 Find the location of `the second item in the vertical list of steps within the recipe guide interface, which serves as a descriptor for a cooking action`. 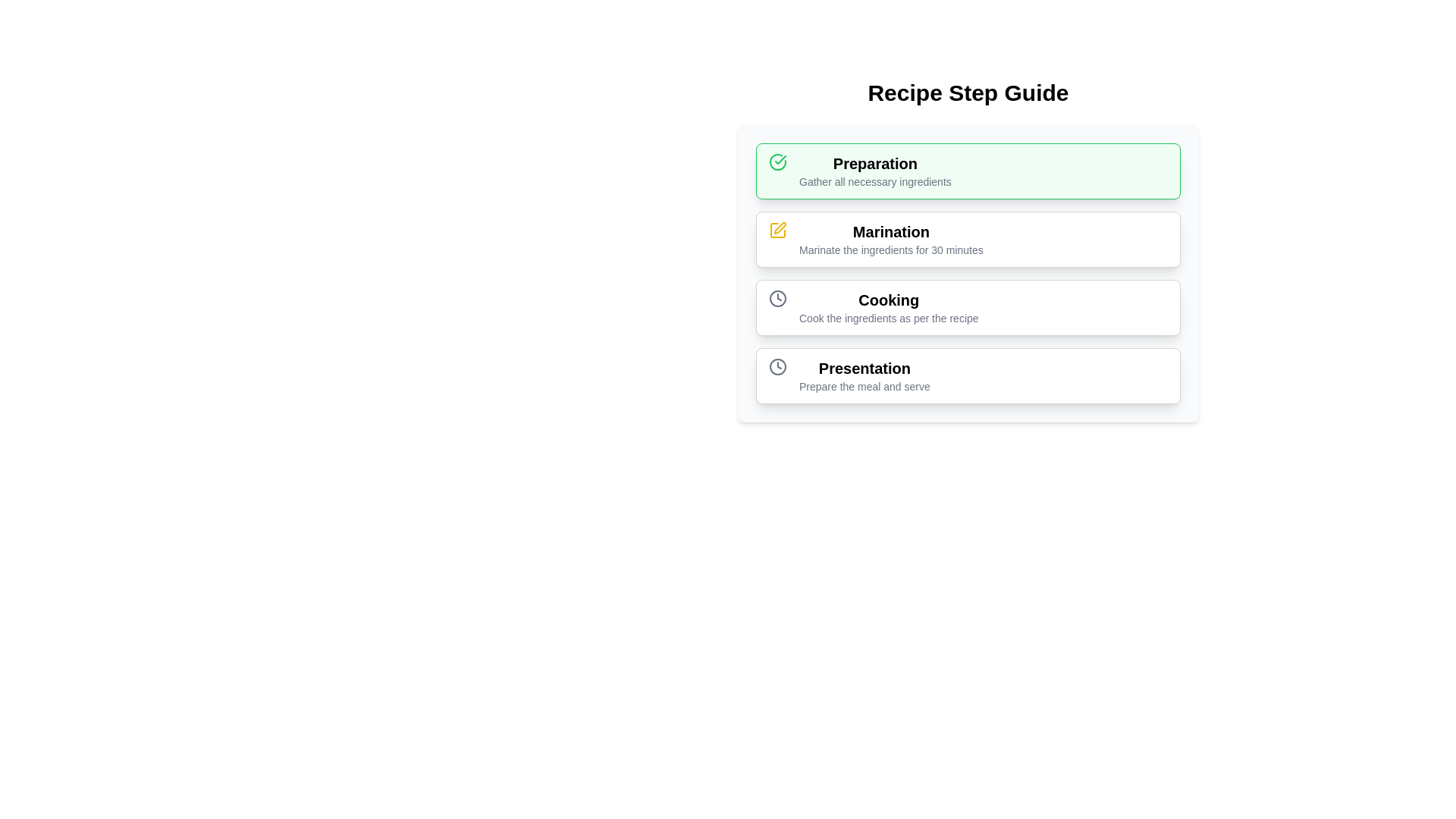

the second item in the vertical list of steps within the recipe guide interface, which serves as a descriptor for a cooking action is located at coordinates (891, 239).